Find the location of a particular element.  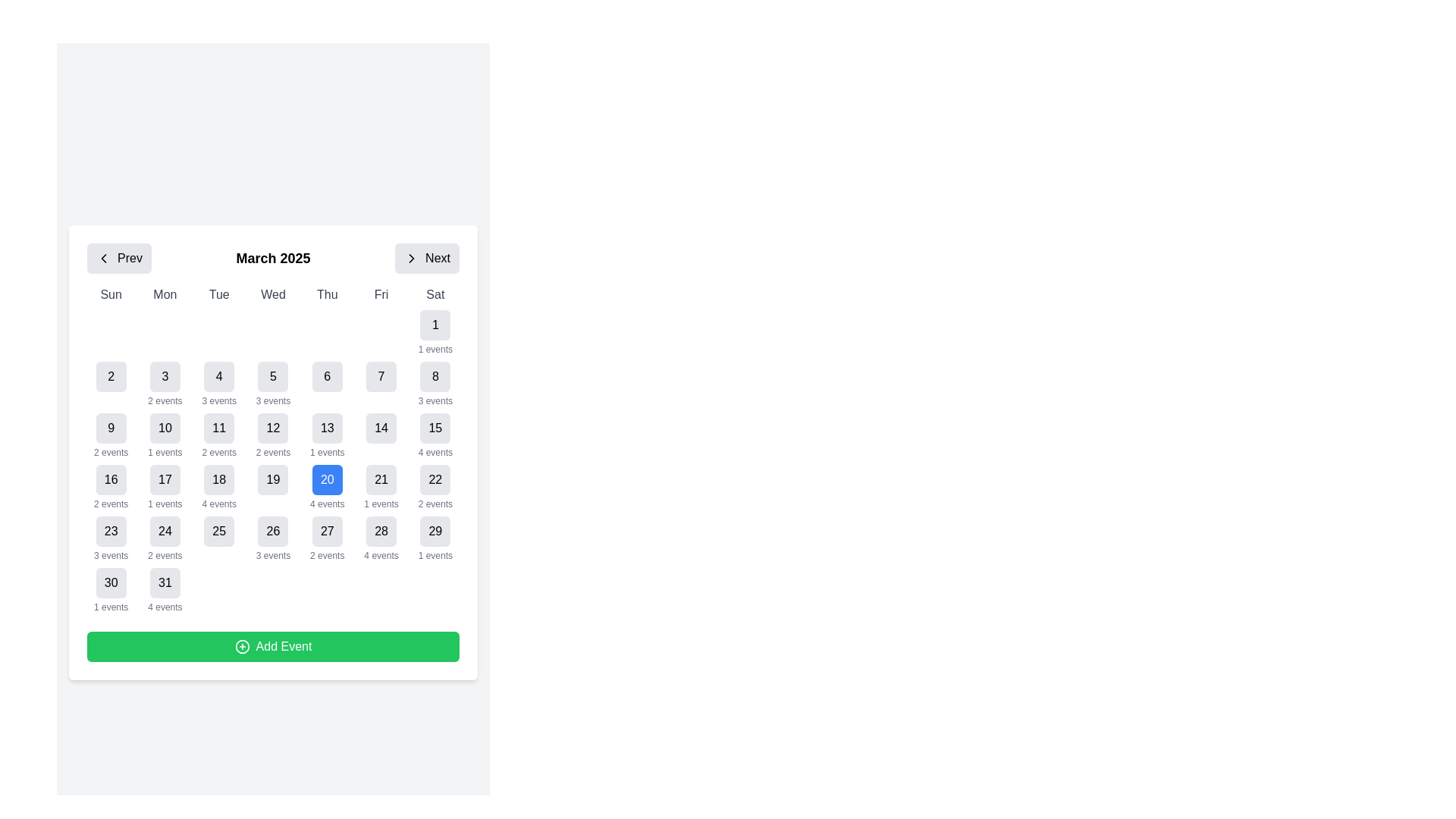

the date cell labeled '5' in the calendar is located at coordinates (273, 383).